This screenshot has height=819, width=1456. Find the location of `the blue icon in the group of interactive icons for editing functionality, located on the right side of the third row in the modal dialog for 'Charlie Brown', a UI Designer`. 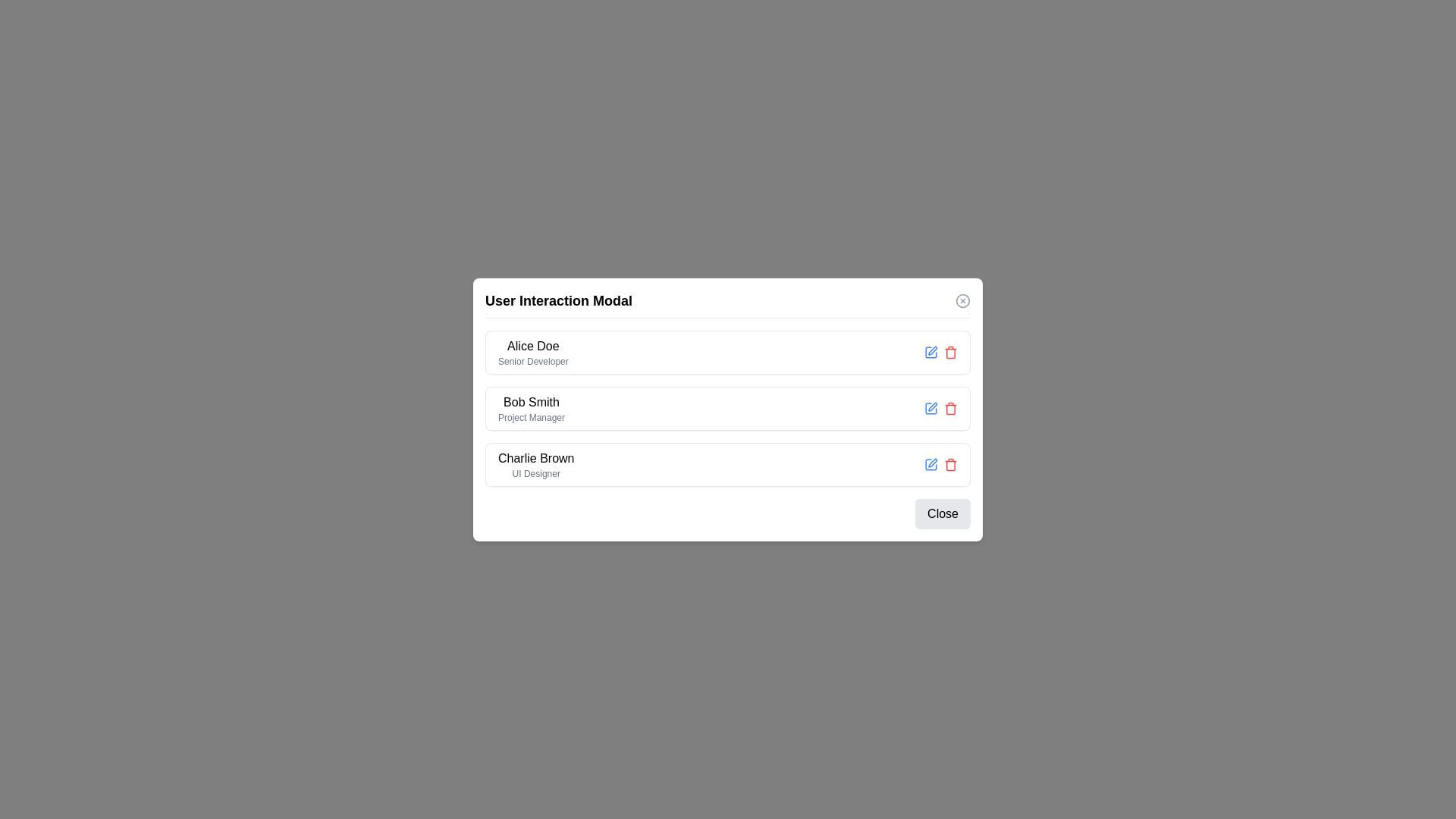

the blue icon in the group of interactive icons for editing functionality, located on the right side of the third row in the modal dialog for 'Charlie Brown', a UI Designer is located at coordinates (940, 463).